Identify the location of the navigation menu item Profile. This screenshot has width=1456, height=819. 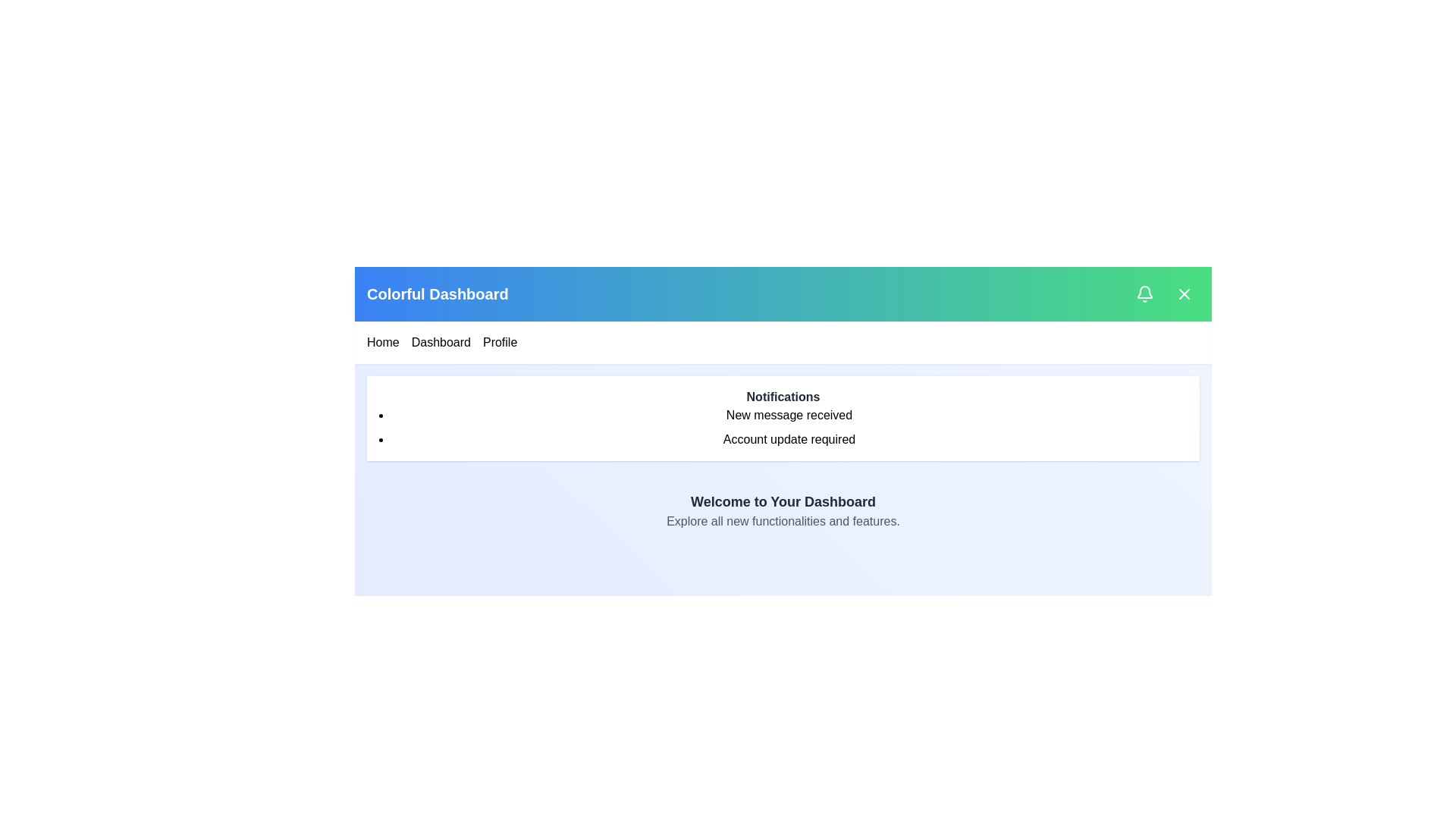
(499, 342).